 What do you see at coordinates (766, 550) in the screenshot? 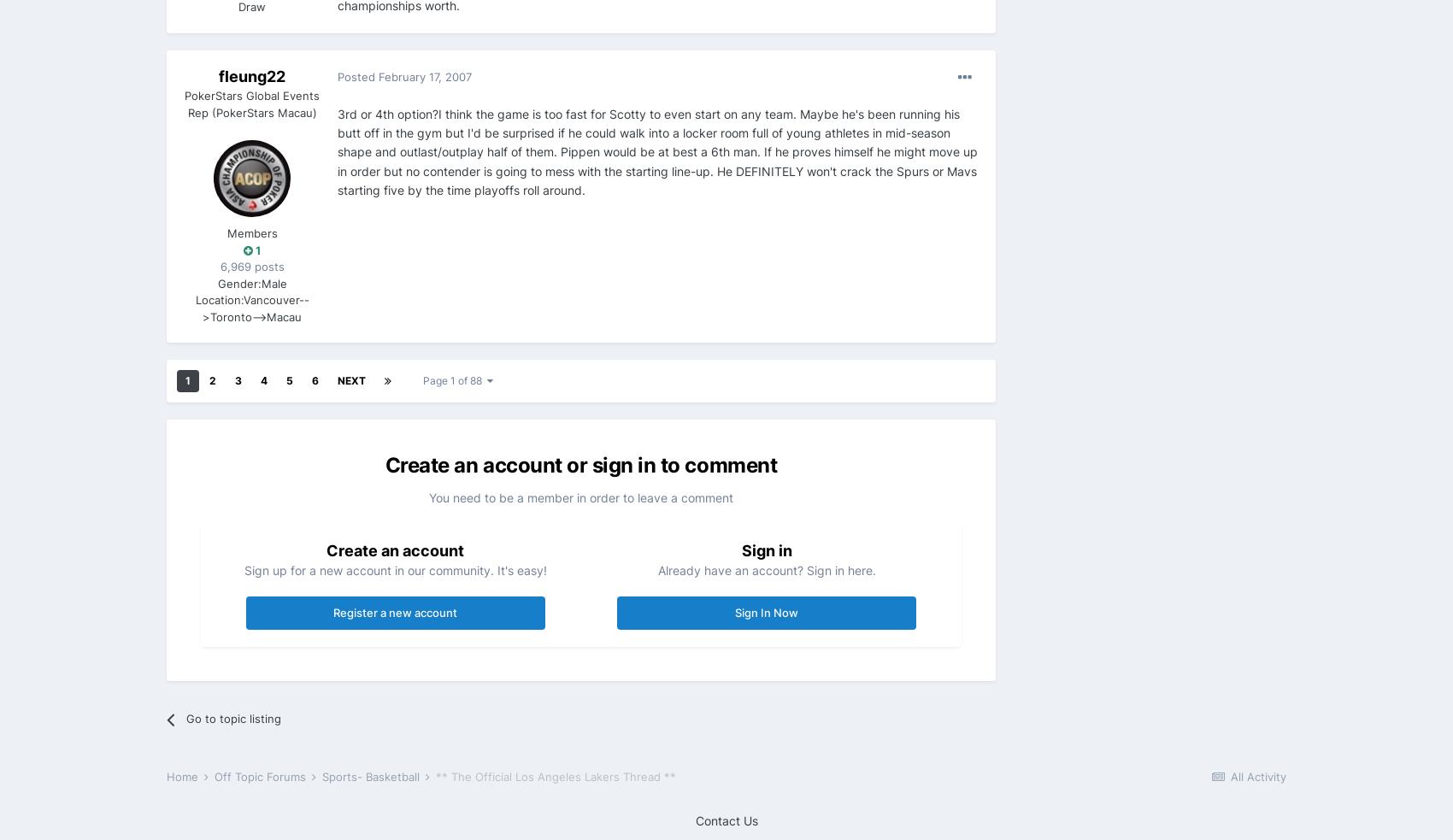
I see `'Sign in'` at bounding box center [766, 550].